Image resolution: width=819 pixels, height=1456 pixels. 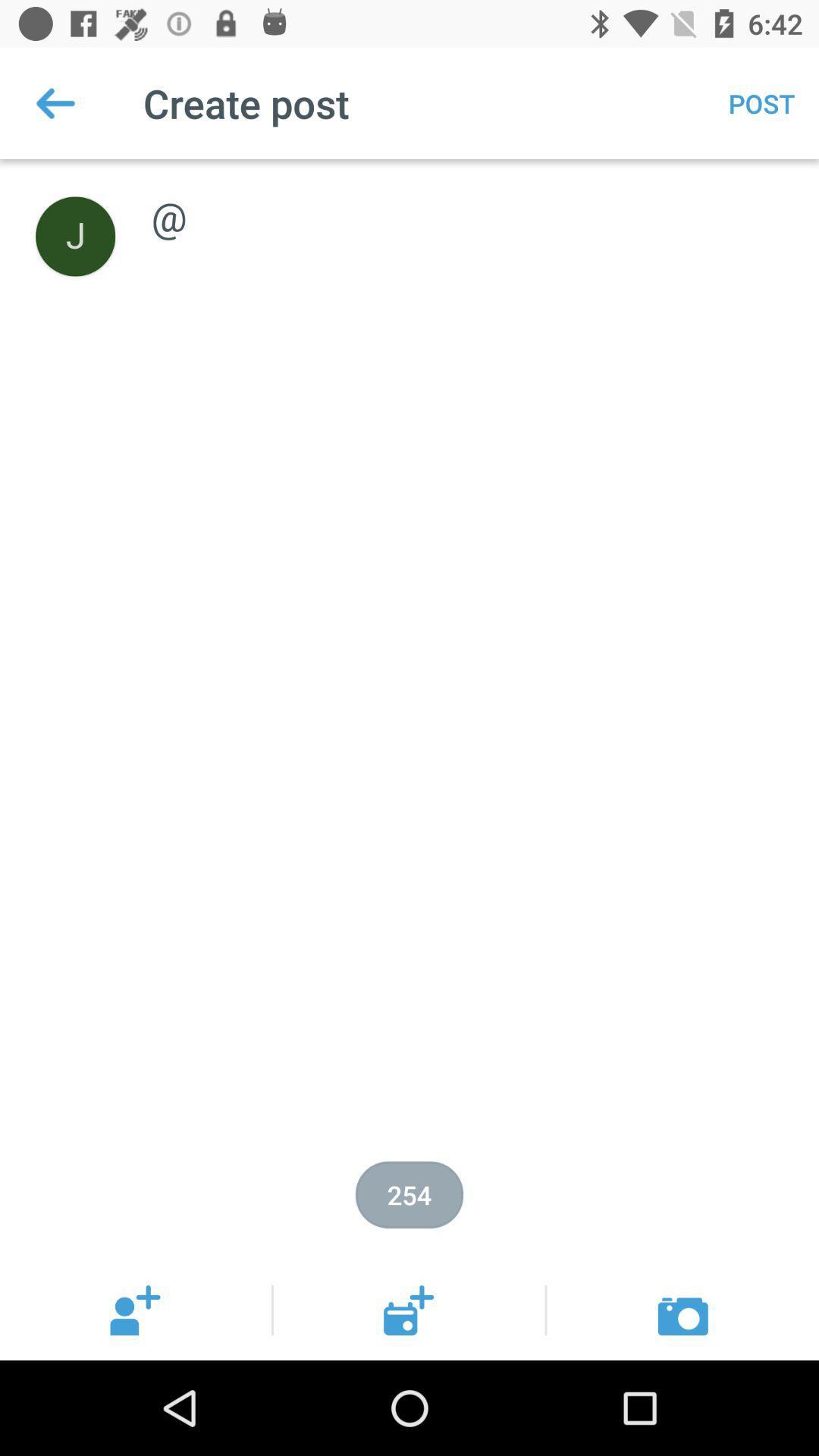 I want to click on the icon to the left of the create post item, so click(x=55, y=102).